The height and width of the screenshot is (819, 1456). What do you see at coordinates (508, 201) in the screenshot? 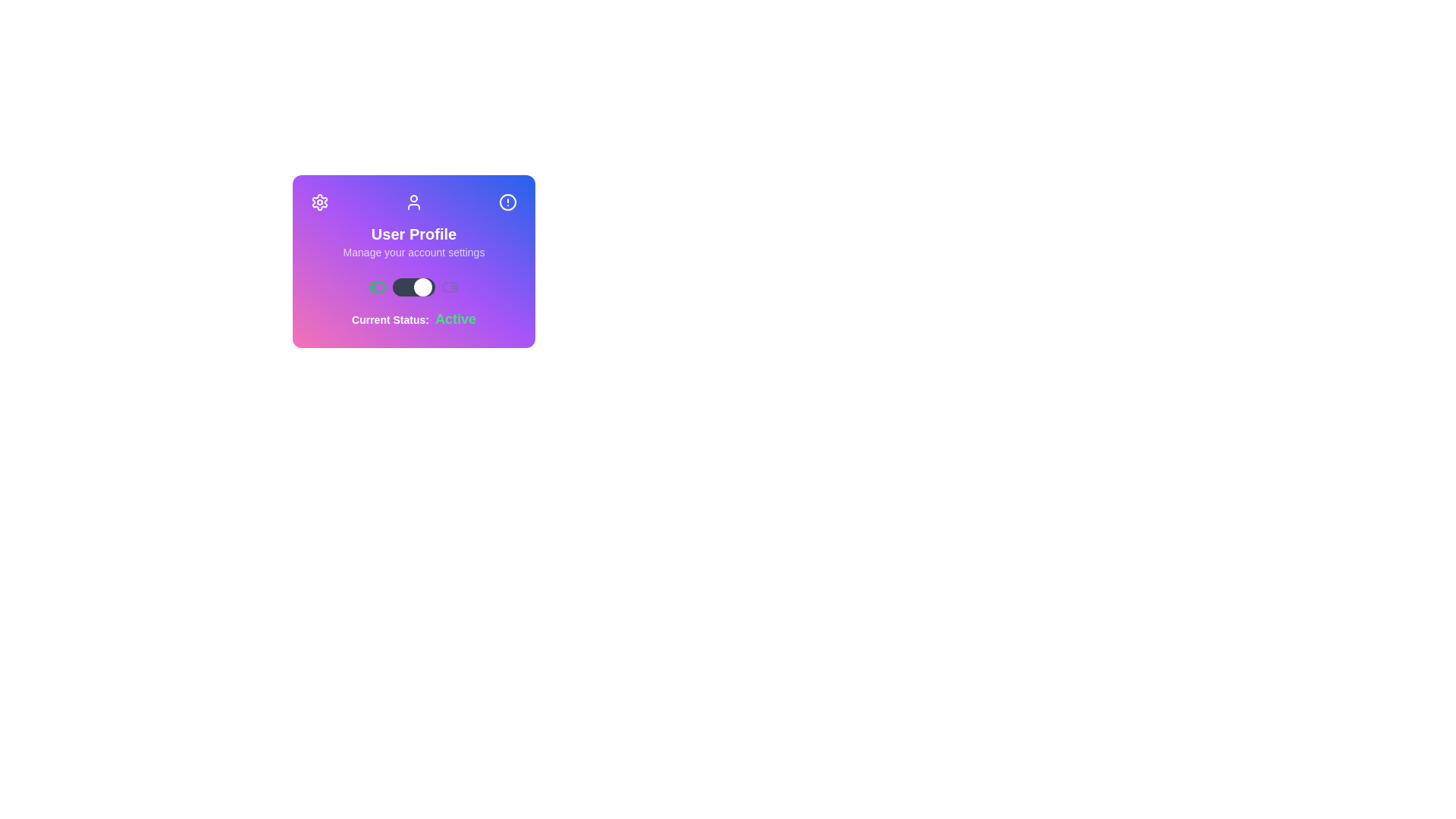
I see `the alert or notification icon` at bounding box center [508, 201].